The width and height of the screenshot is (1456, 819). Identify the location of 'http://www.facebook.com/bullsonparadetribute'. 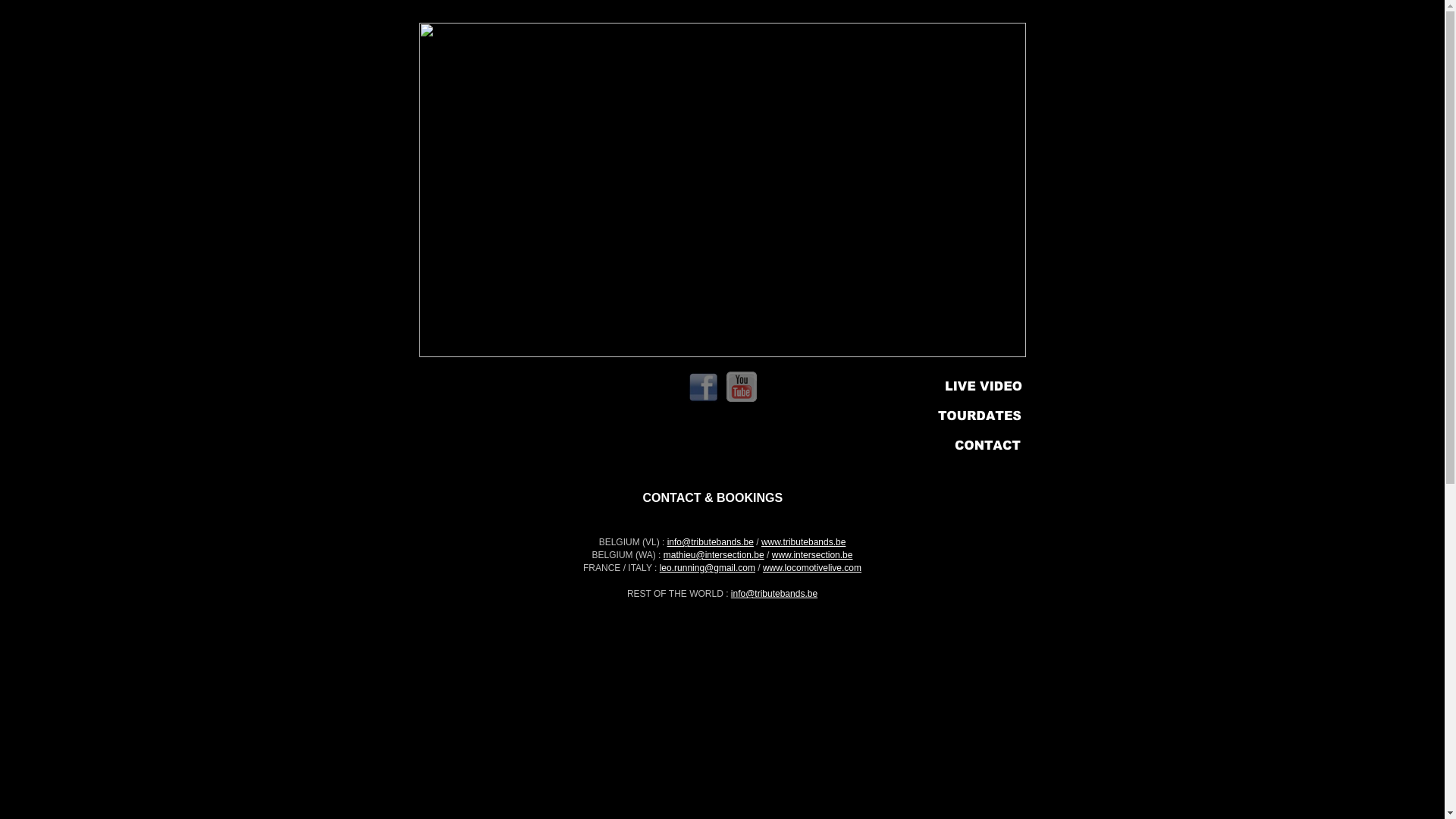
(702, 397).